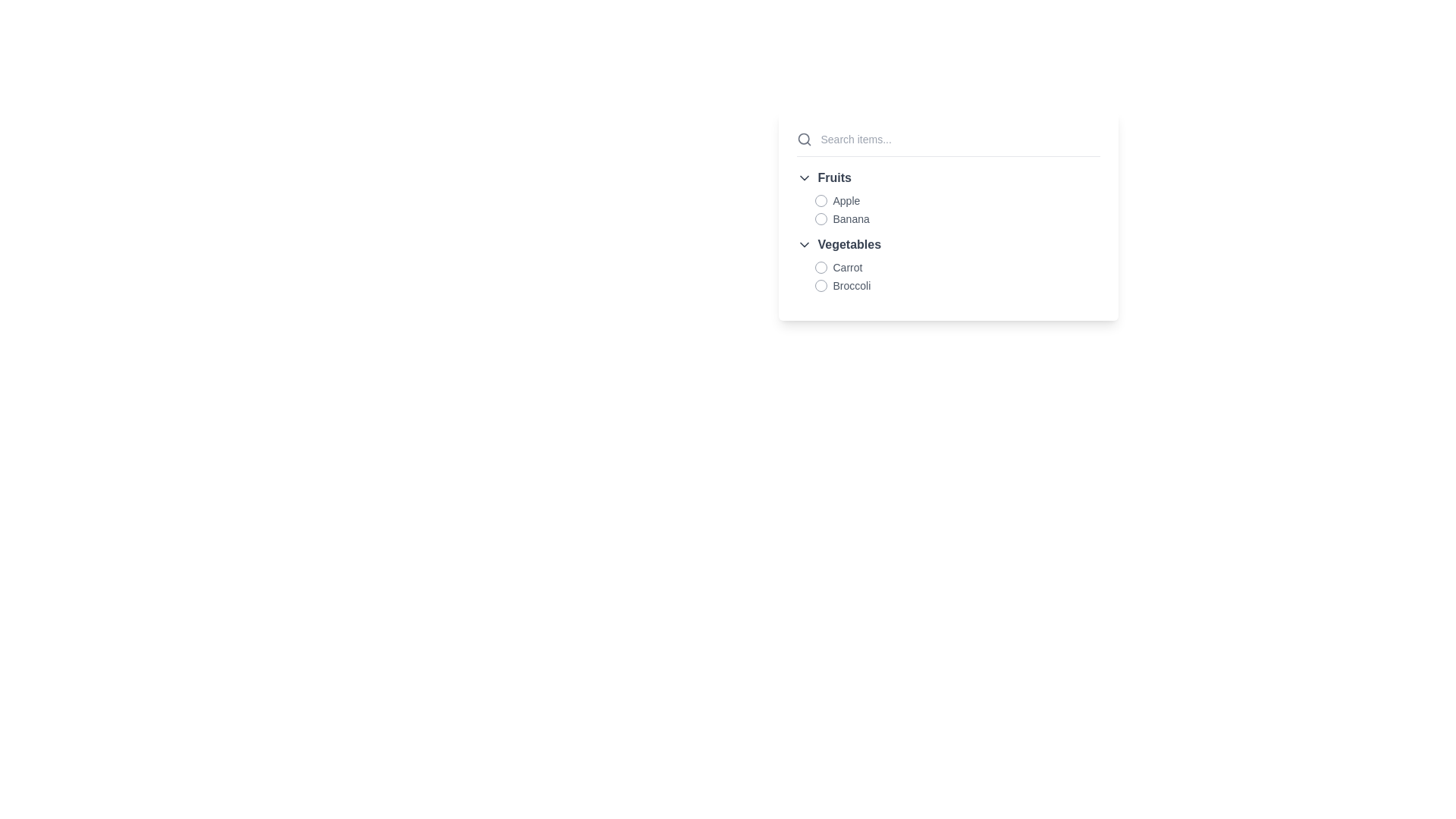  I want to click on the downward-pointing chevron icon, which is styled with a thin black stroke and positioned to the left of the 'Fruits' text, so click(803, 177).